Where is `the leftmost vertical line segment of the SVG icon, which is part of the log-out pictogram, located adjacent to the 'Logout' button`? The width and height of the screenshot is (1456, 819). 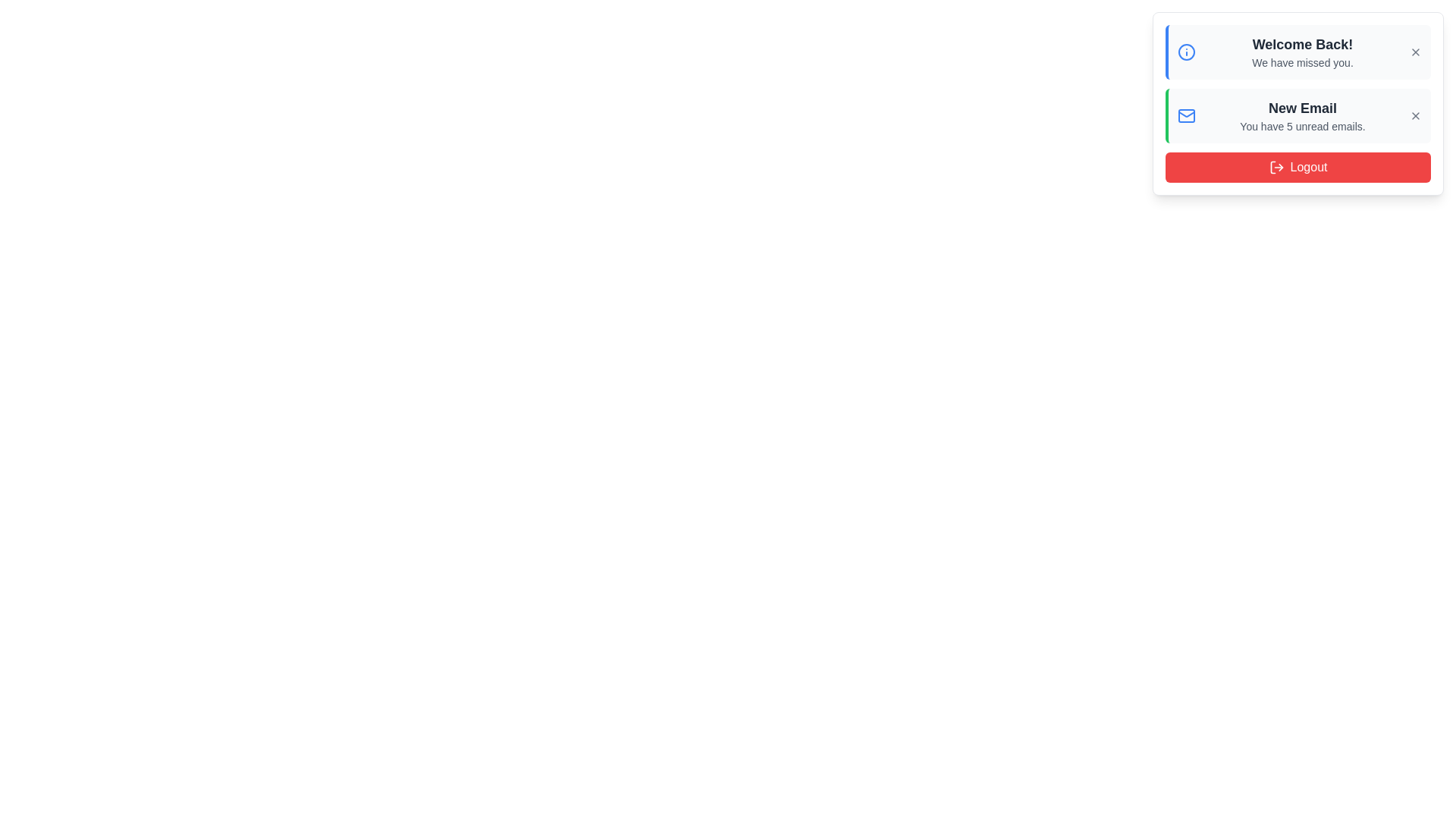 the leftmost vertical line segment of the SVG icon, which is part of the log-out pictogram, located adjacent to the 'Logout' button is located at coordinates (1272, 167).